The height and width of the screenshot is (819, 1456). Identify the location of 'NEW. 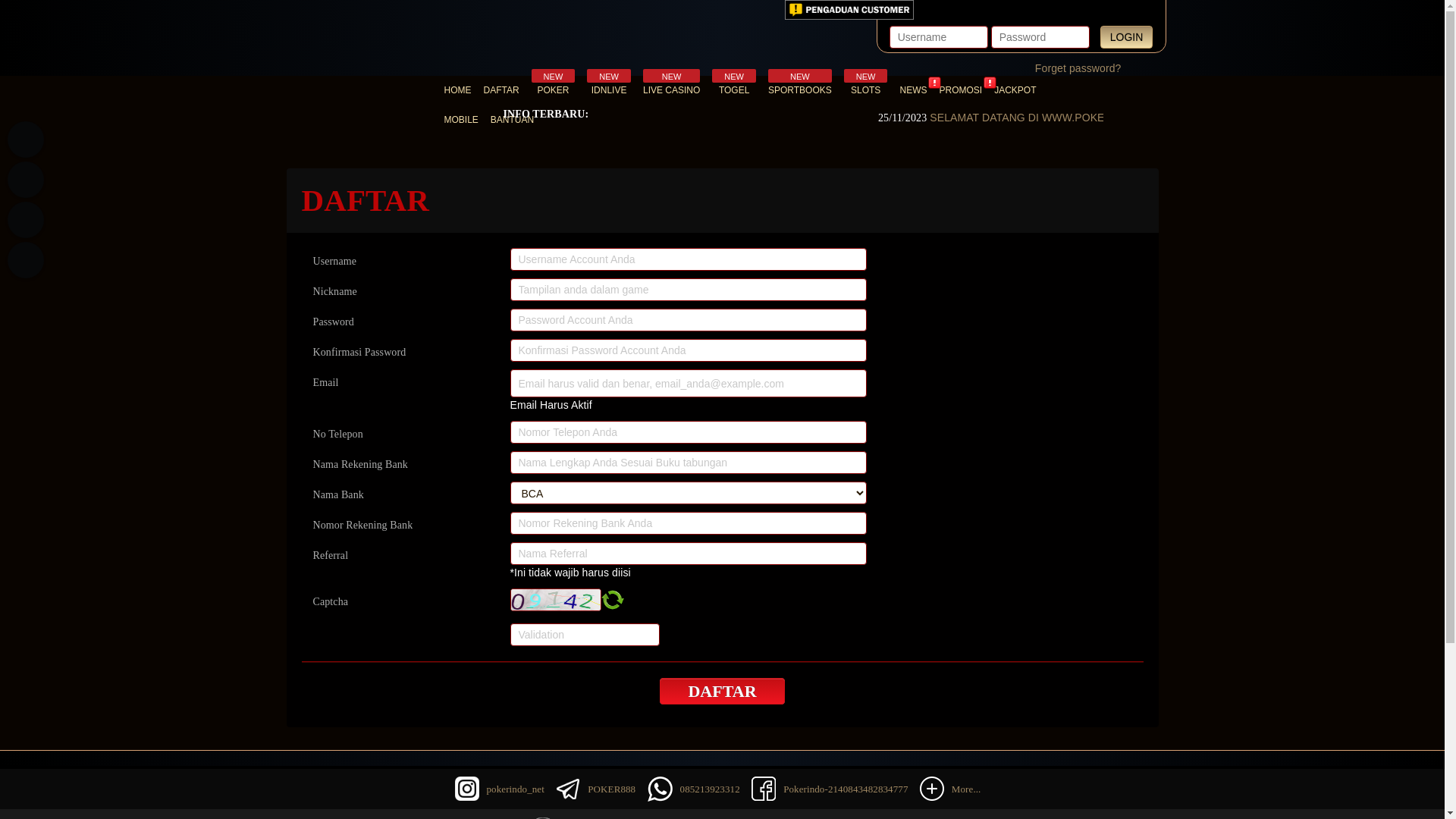
(799, 90).